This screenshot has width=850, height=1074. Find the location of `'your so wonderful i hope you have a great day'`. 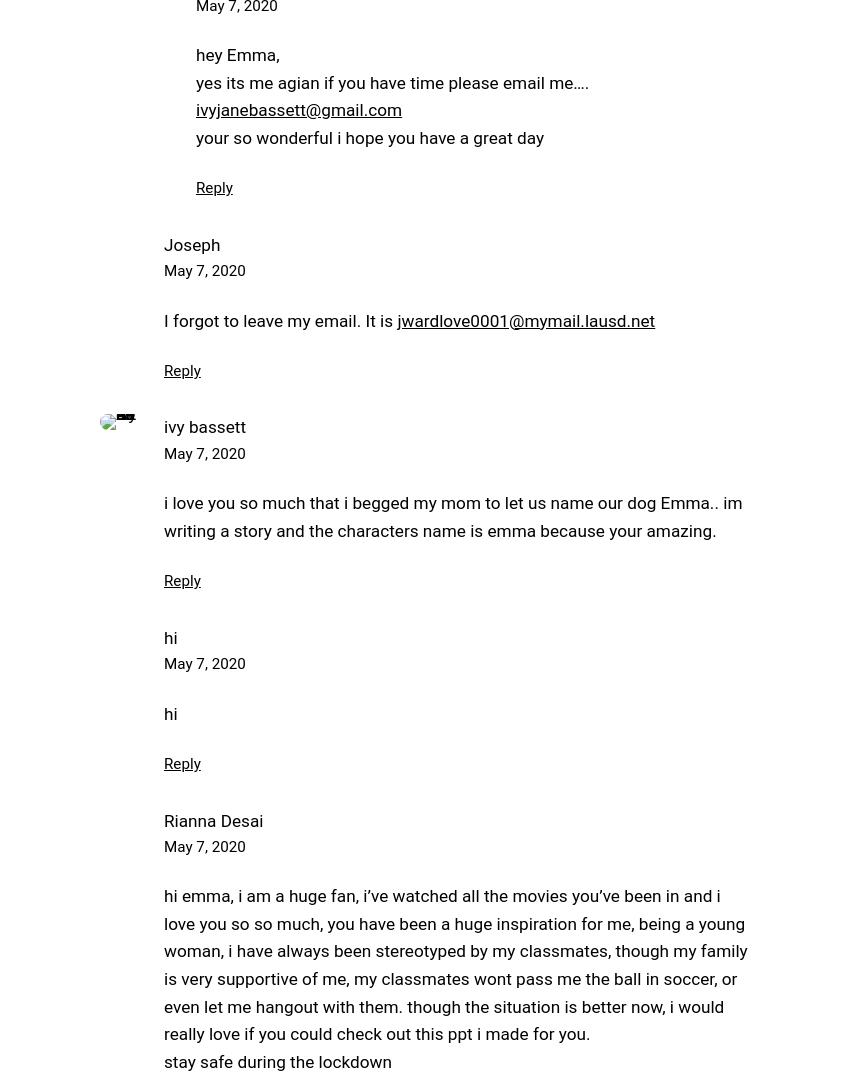

'your so wonderful i hope you have a great day' is located at coordinates (369, 136).